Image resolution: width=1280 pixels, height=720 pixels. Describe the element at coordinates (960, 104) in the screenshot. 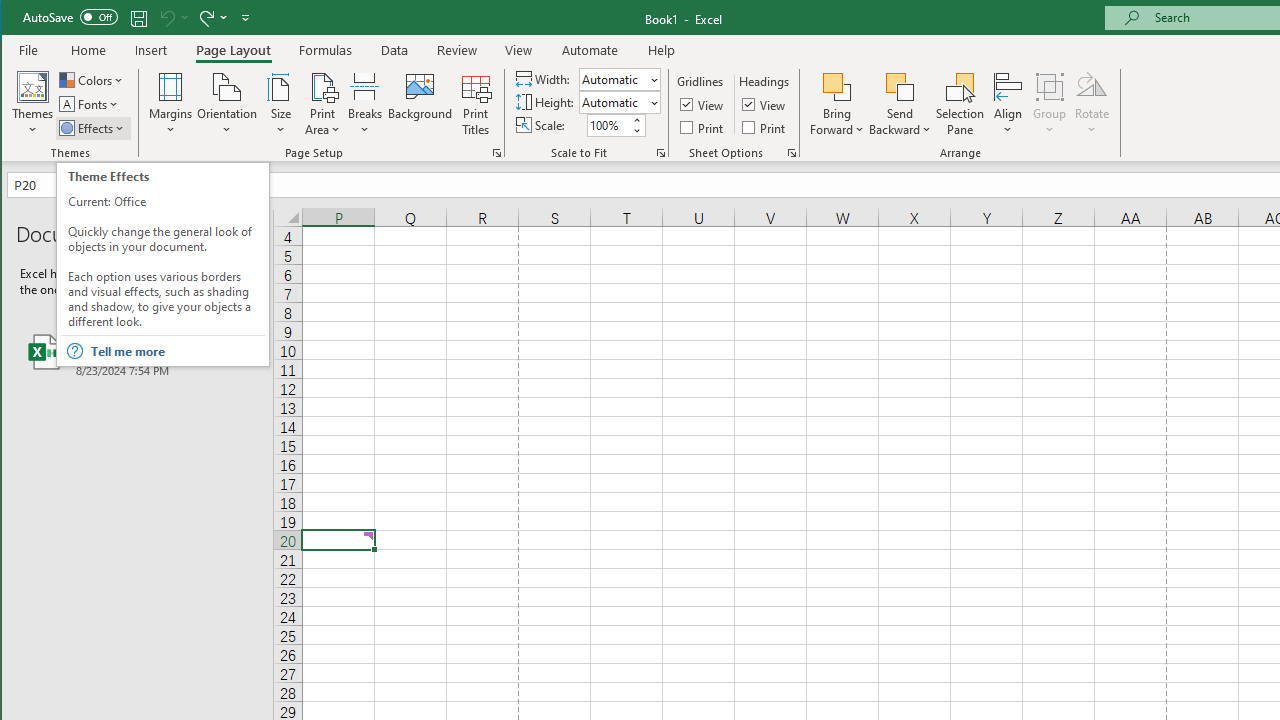

I see `'Selection Pane...'` at that location.